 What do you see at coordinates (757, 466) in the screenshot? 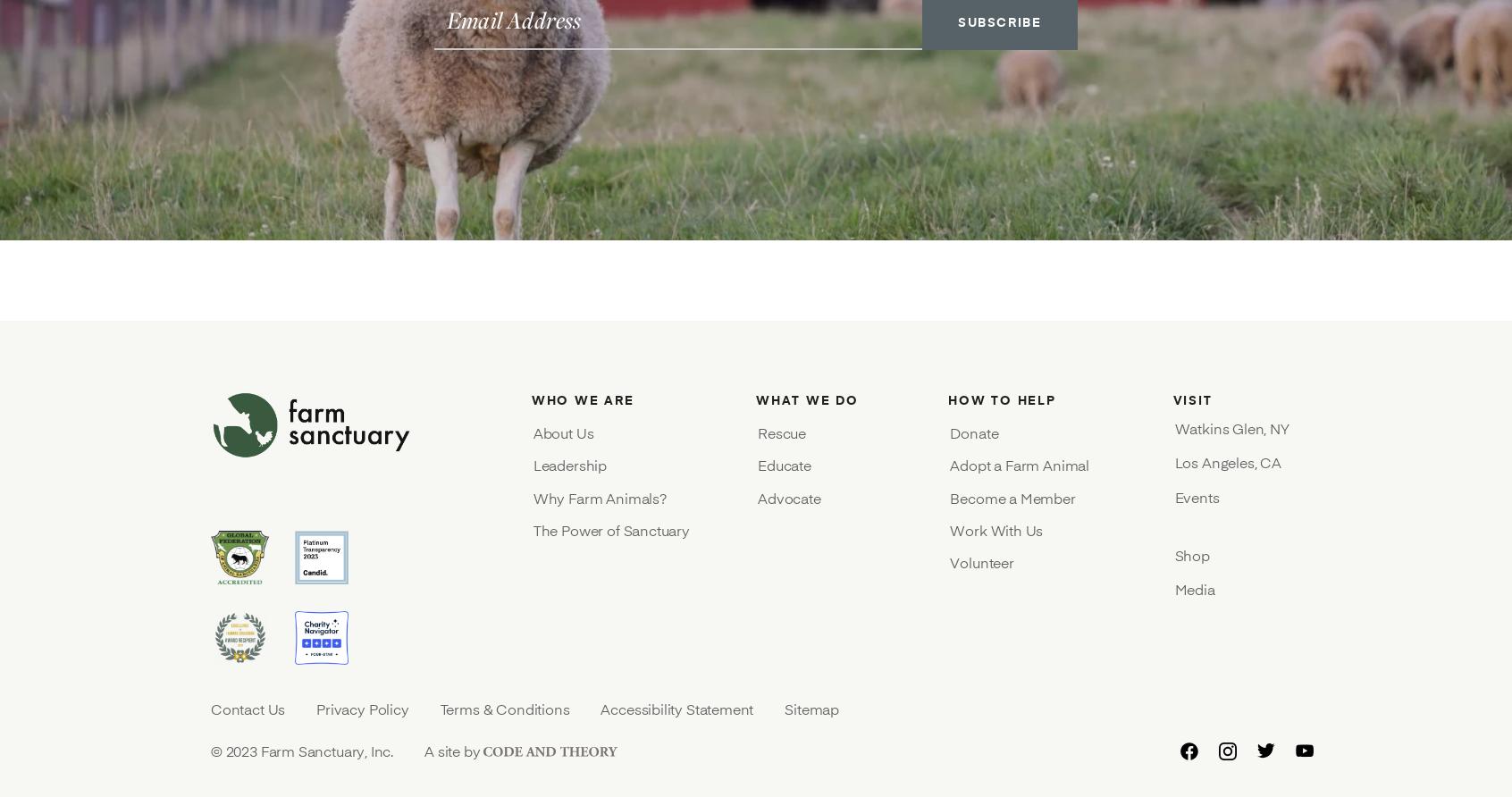
I see `'Educate'` at bounding box center [757, 466].